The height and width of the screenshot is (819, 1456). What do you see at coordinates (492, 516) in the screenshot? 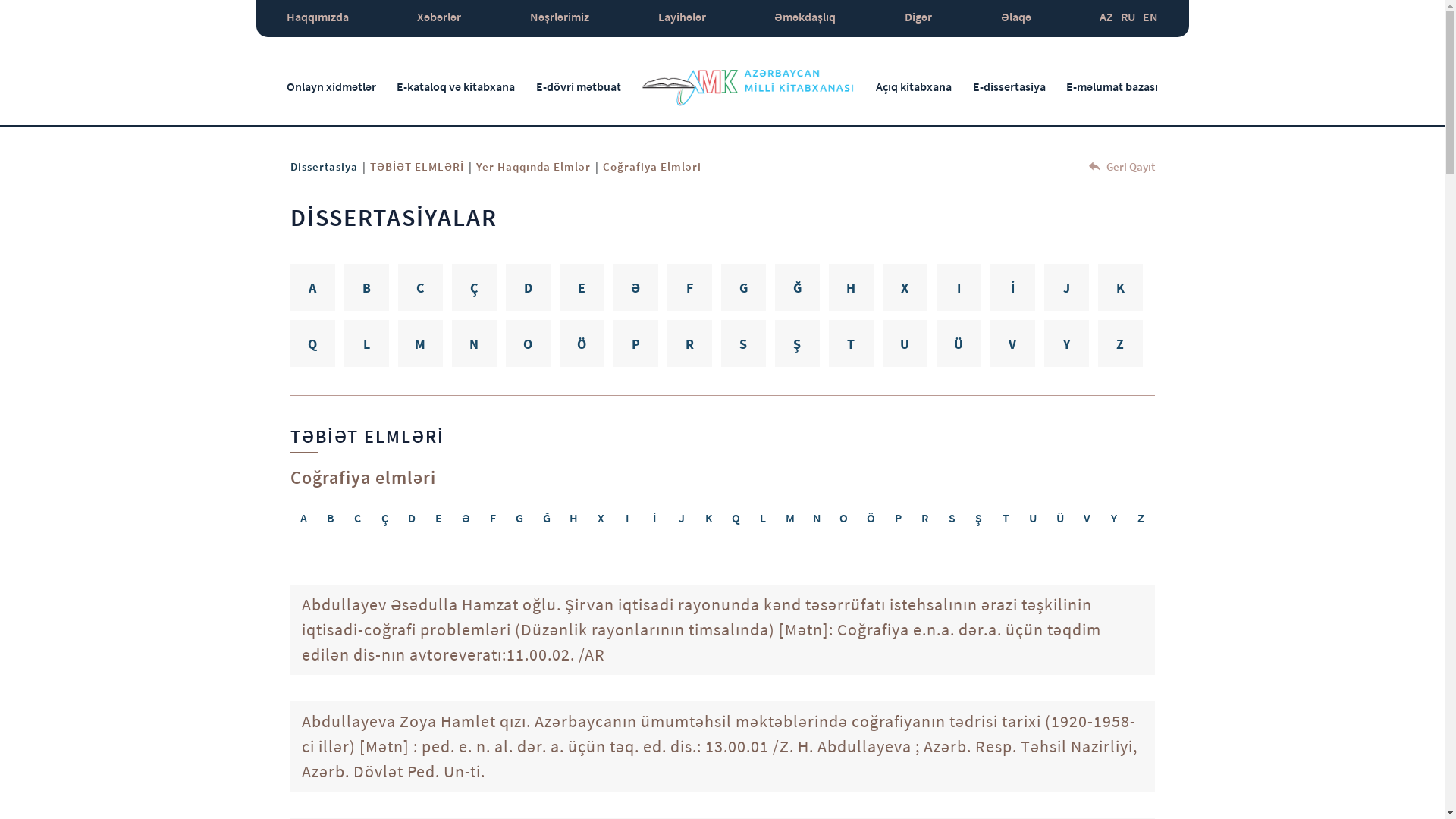
I see `'F'` at bounding box center [492, 516].